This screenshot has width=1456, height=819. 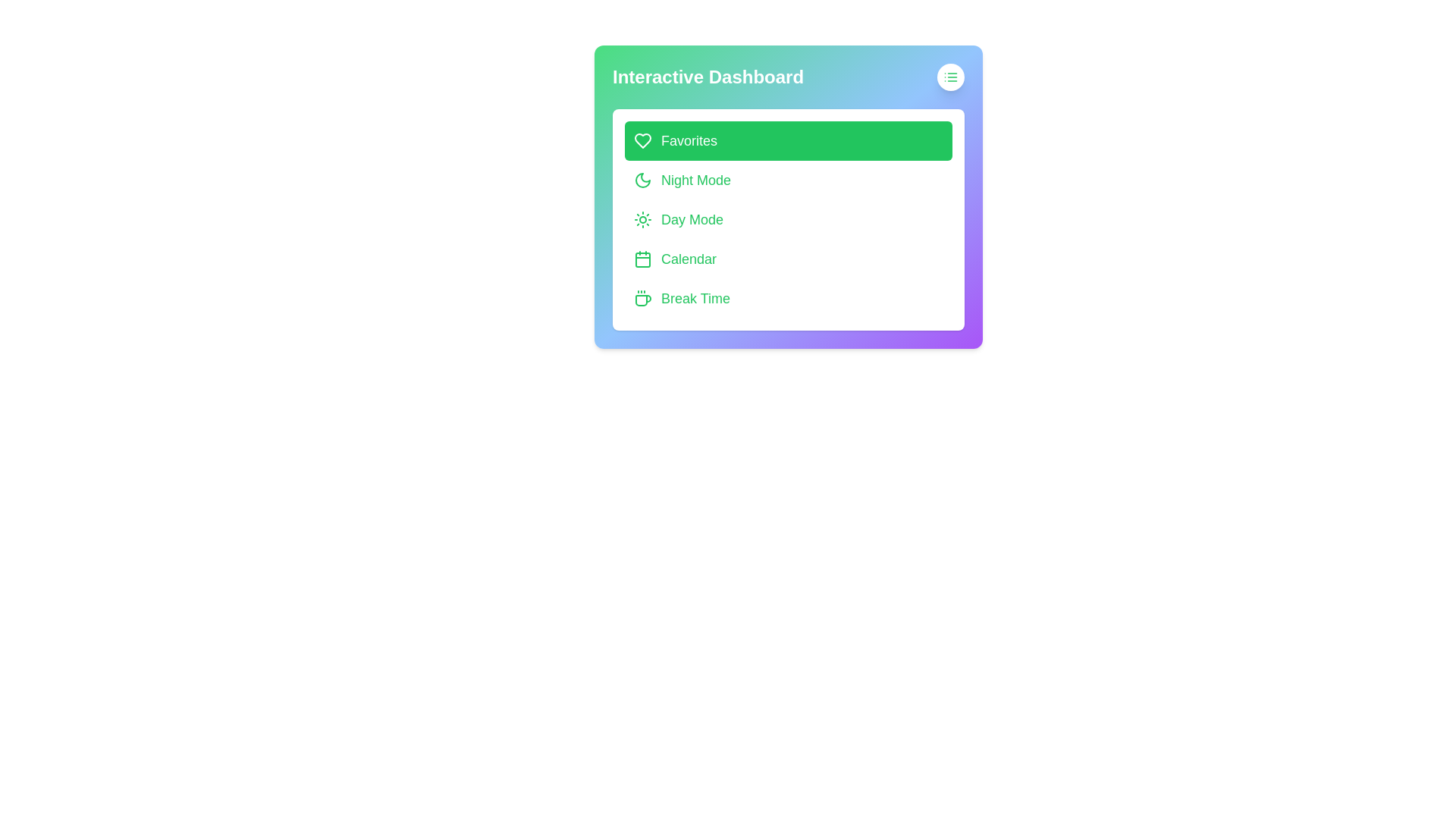 I want to click on the menu item Night Mode to observe its hover effect, so click(x=789, y=180).